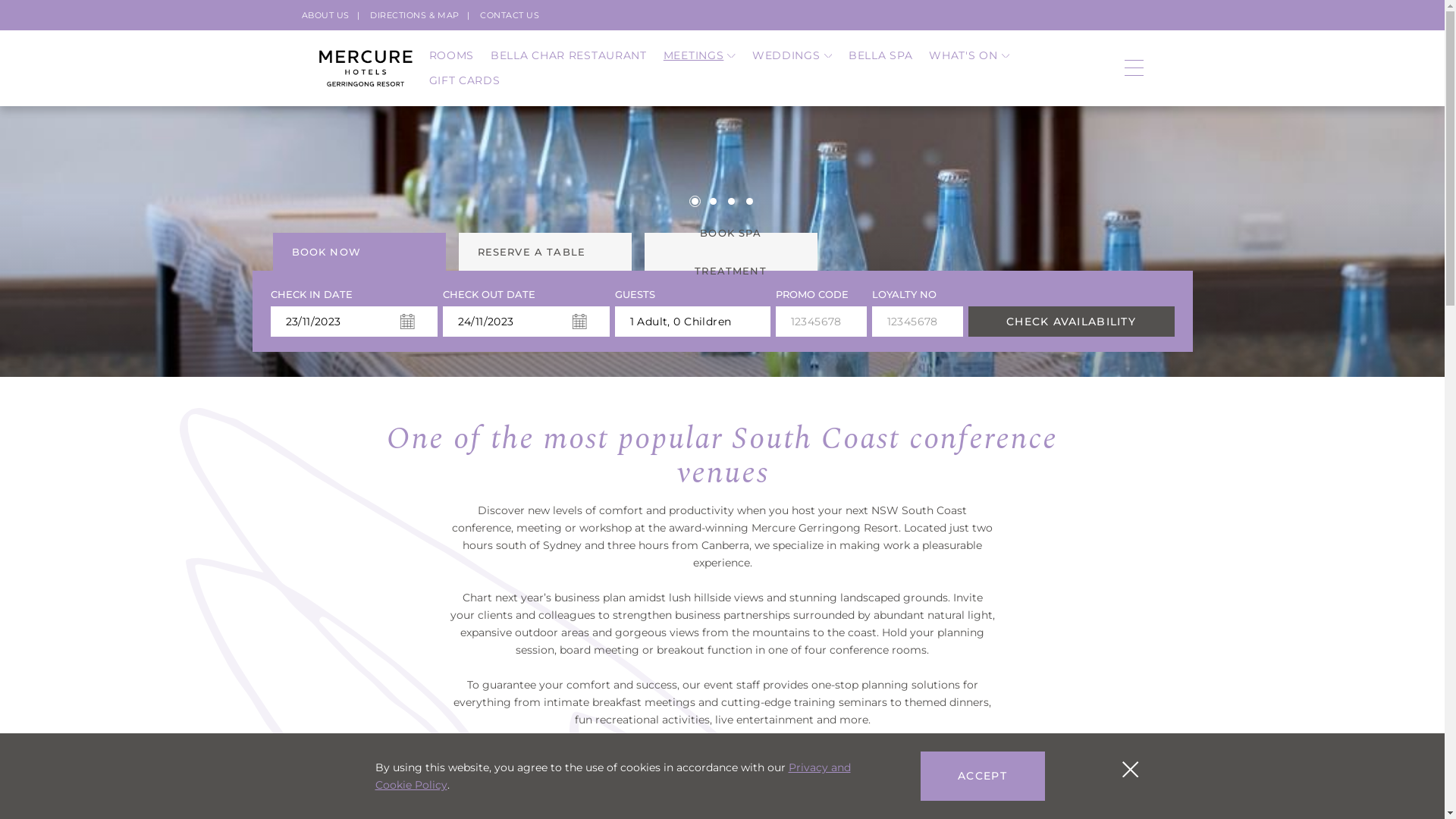 The width and height of the screenshot is (1456, 819). I want to click on 'GIFT CARDS', so click(464, 80).